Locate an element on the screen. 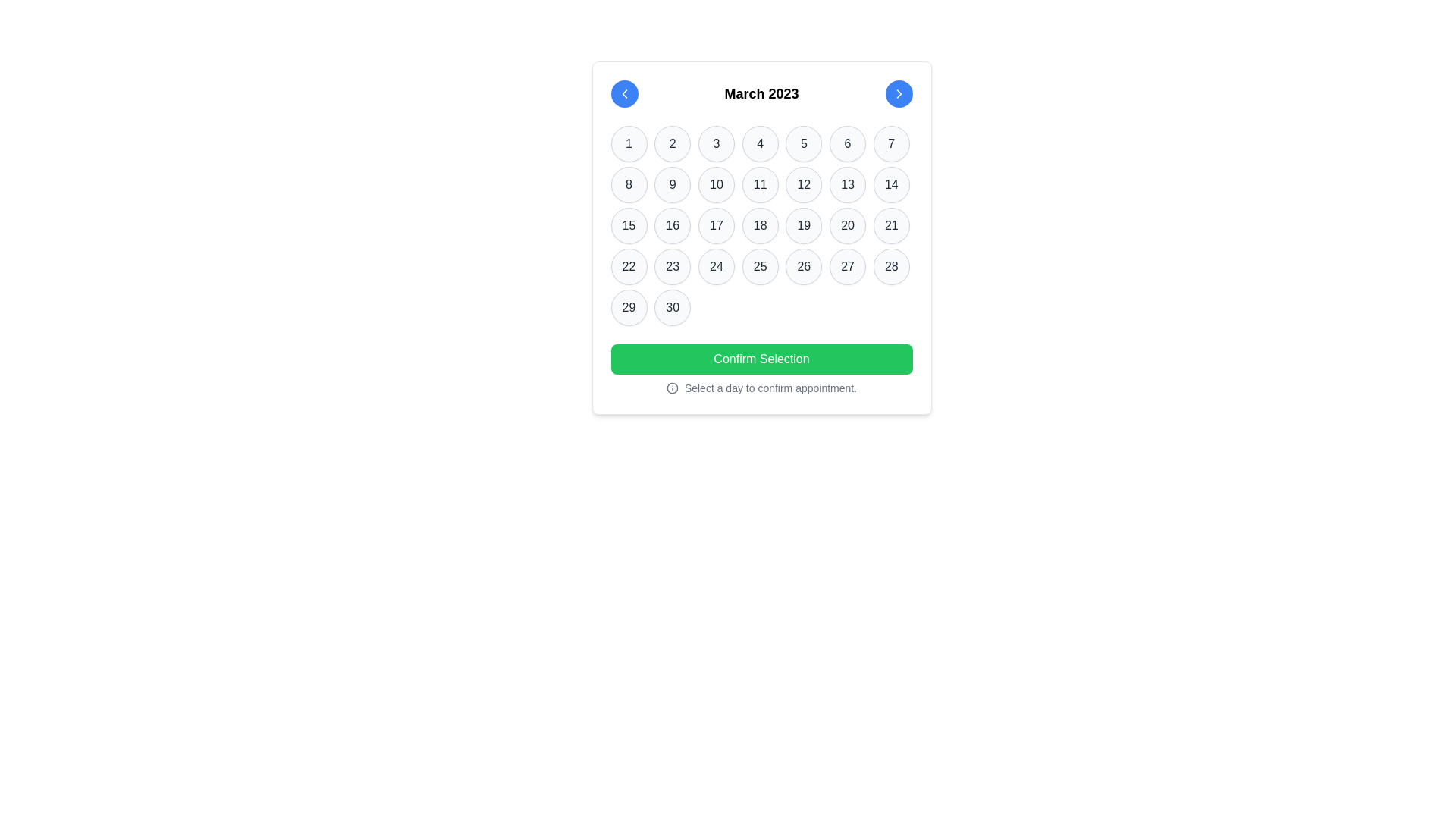 The width and height of the screenshot is (1456, 819). the circular button labeled '6' in the calendar grid is located at coordinates (847, 143).